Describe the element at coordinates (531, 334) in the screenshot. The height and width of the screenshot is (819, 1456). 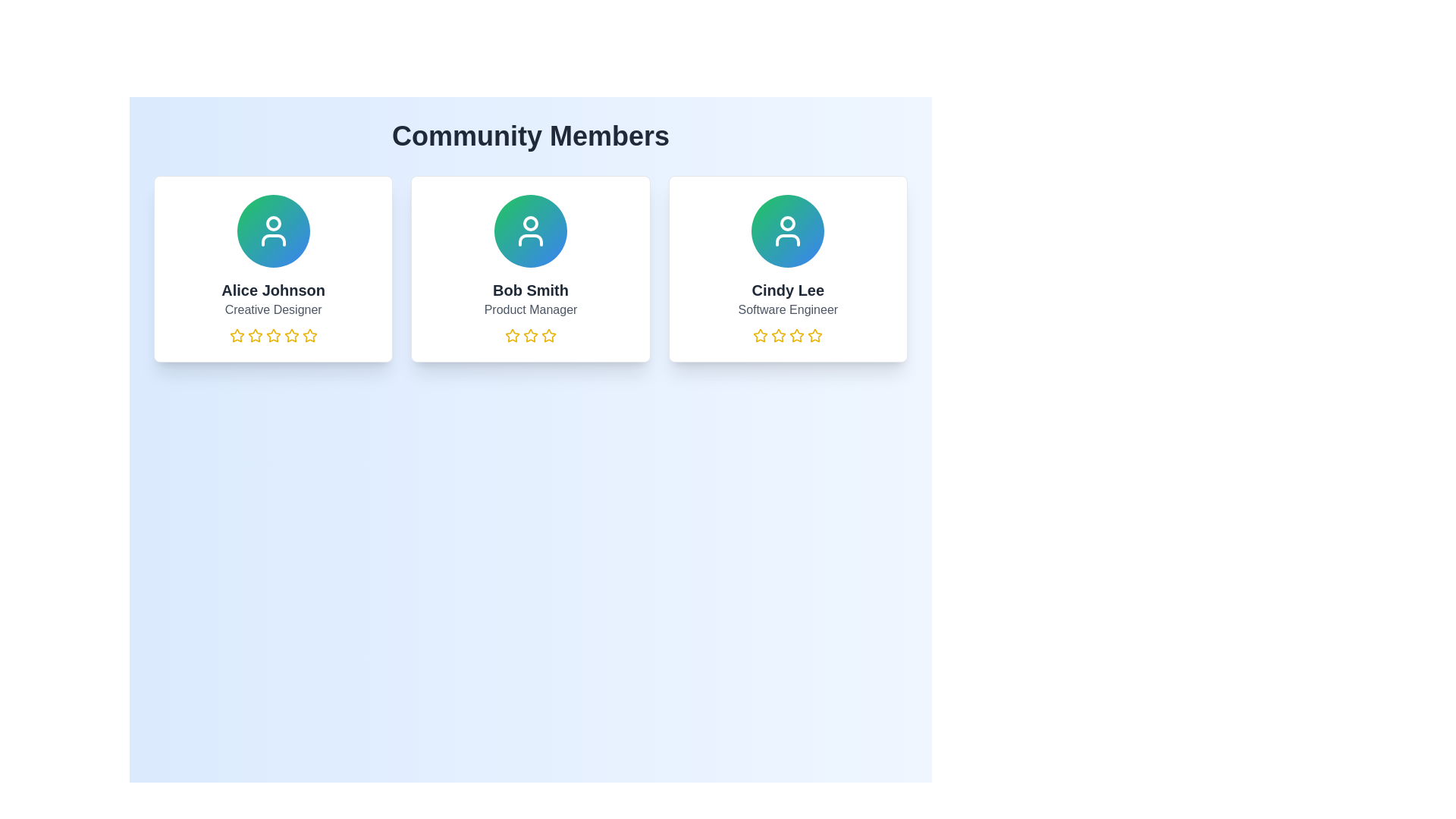
I see `the second star icon in the rating section of the 'Bob Smith' card` at that location.